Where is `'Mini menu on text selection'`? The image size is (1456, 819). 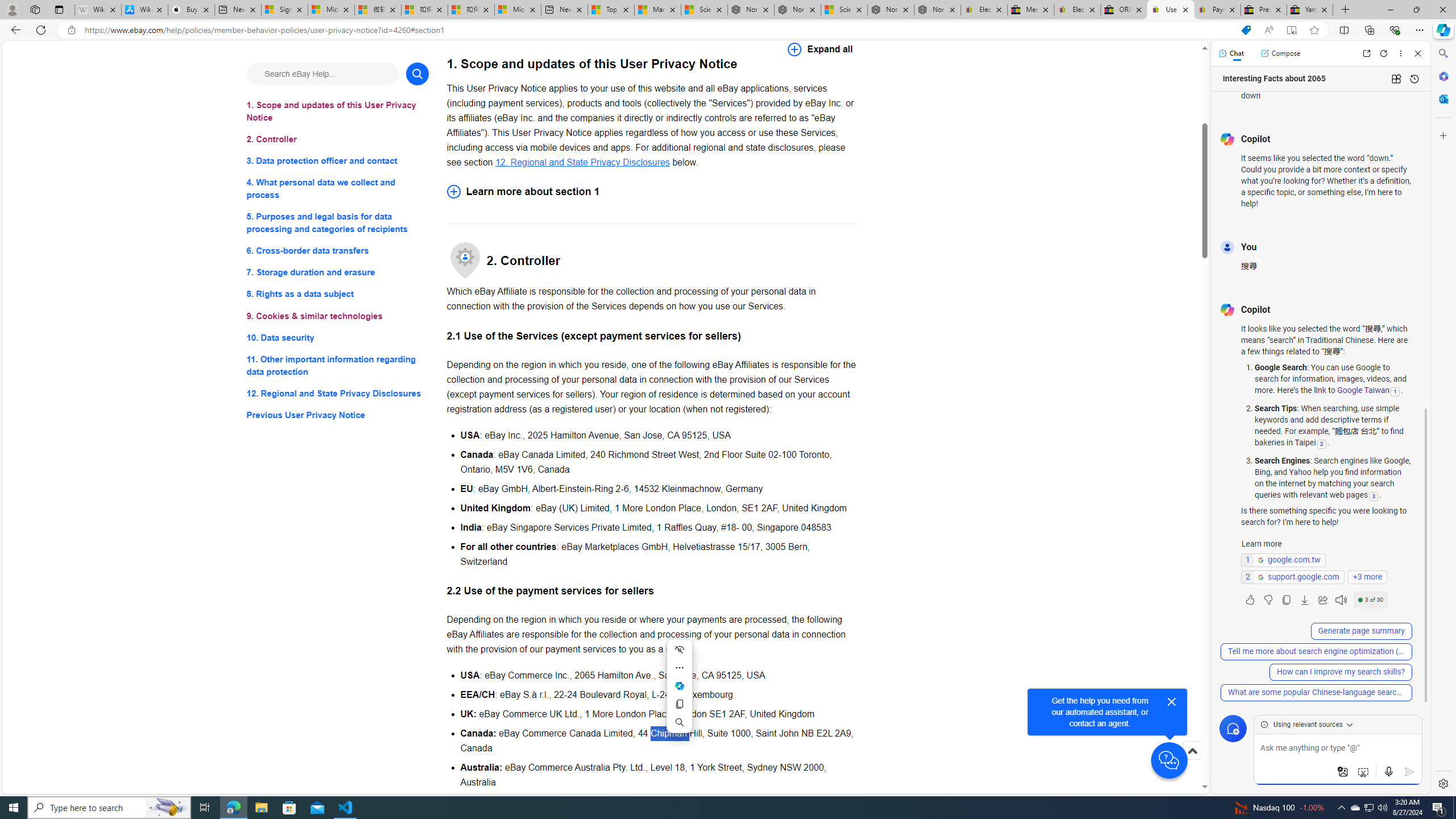
'Mini menu on text selection' is located at coordinates (679, 686).